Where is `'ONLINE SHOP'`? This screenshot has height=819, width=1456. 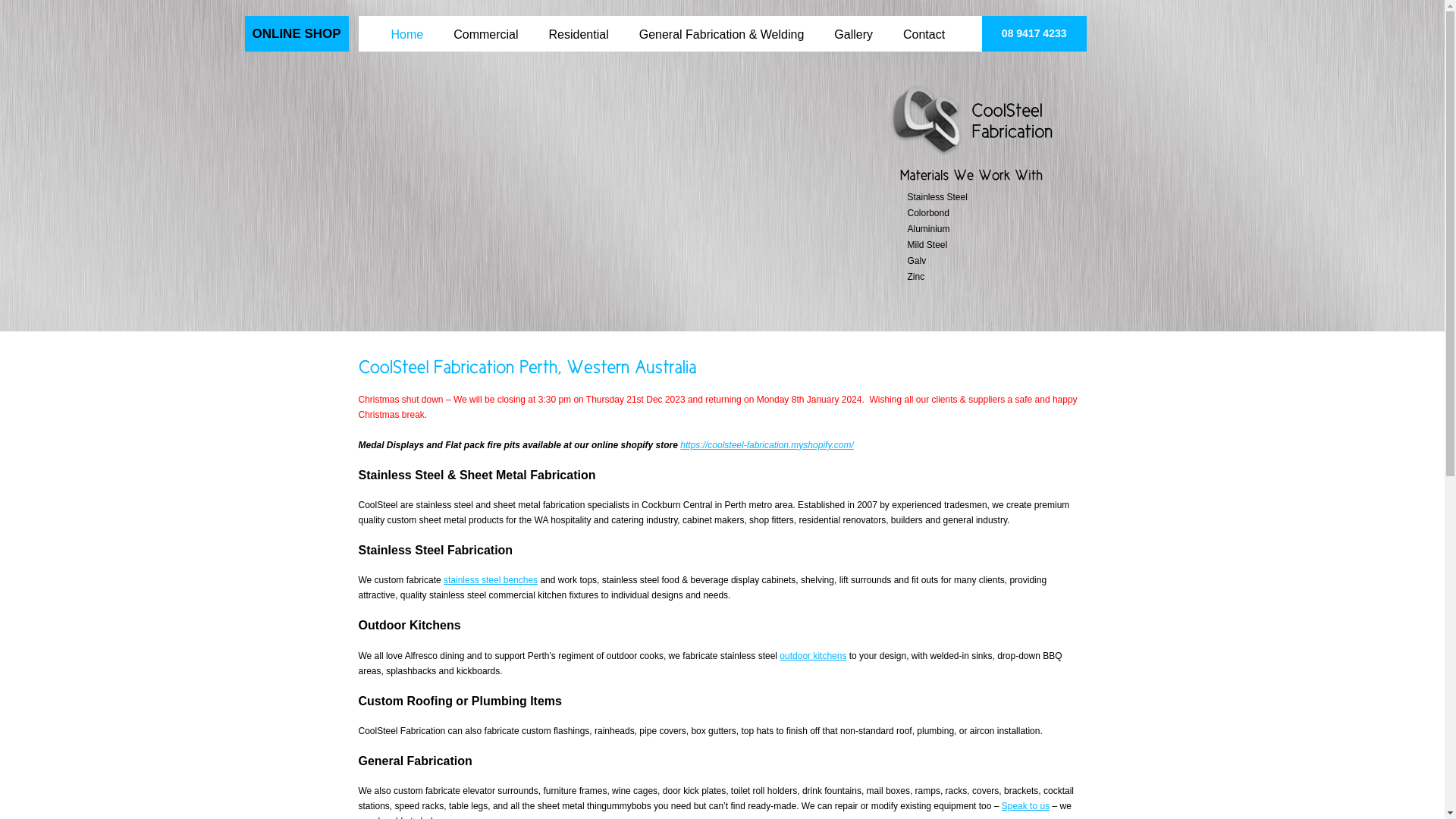
'ONLINE SHOP' is located at coordinates (296, 33).